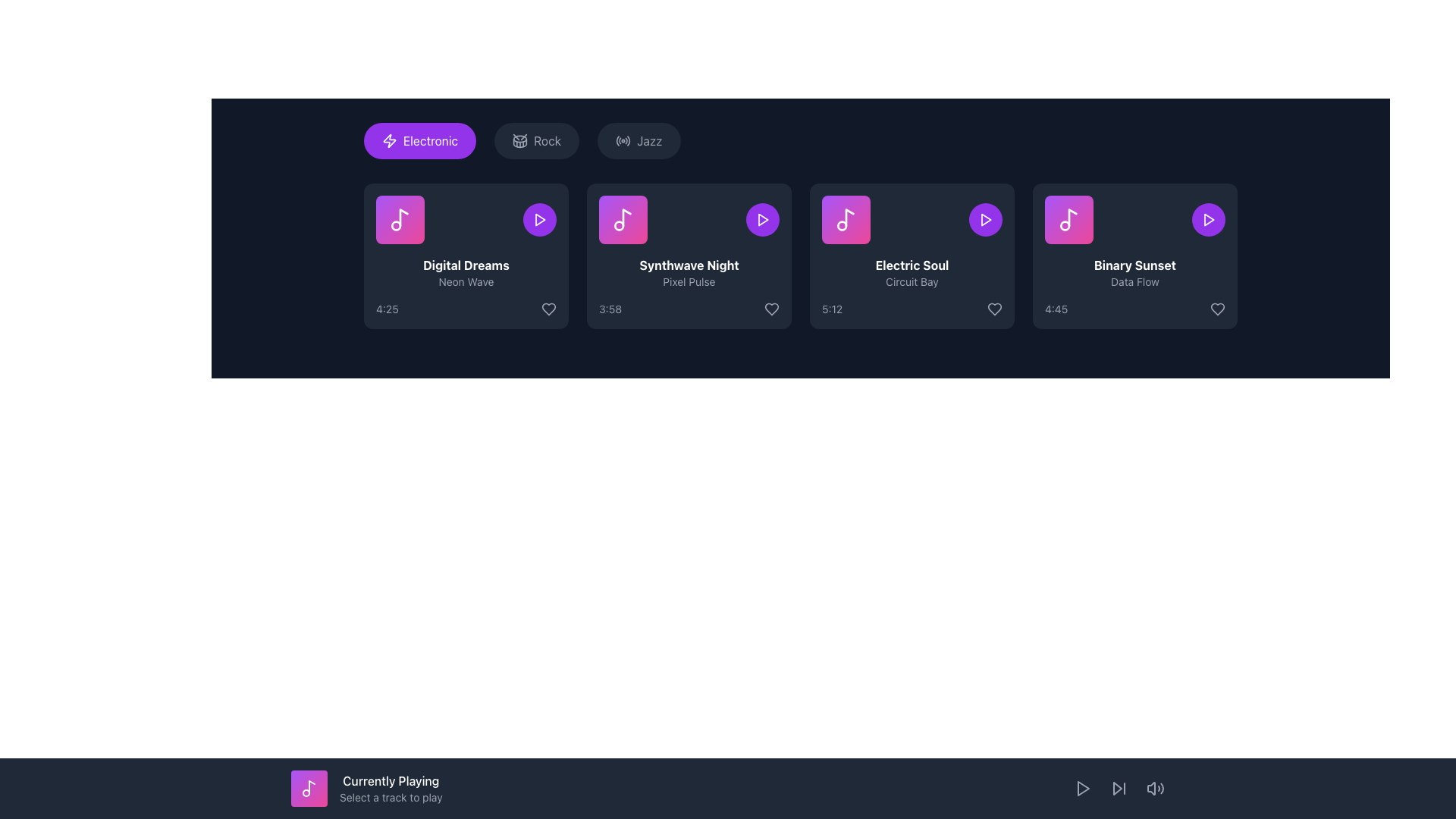 Image resolution: width=1456 pixels, height=819 pixels. What do you see at coordinates (1082, 788) in the screenshot?
I see `the play button with a triangular play icon in the bottom-right region of the interface to observe the styling change from gray to white` at bounding box center [1082, 788].